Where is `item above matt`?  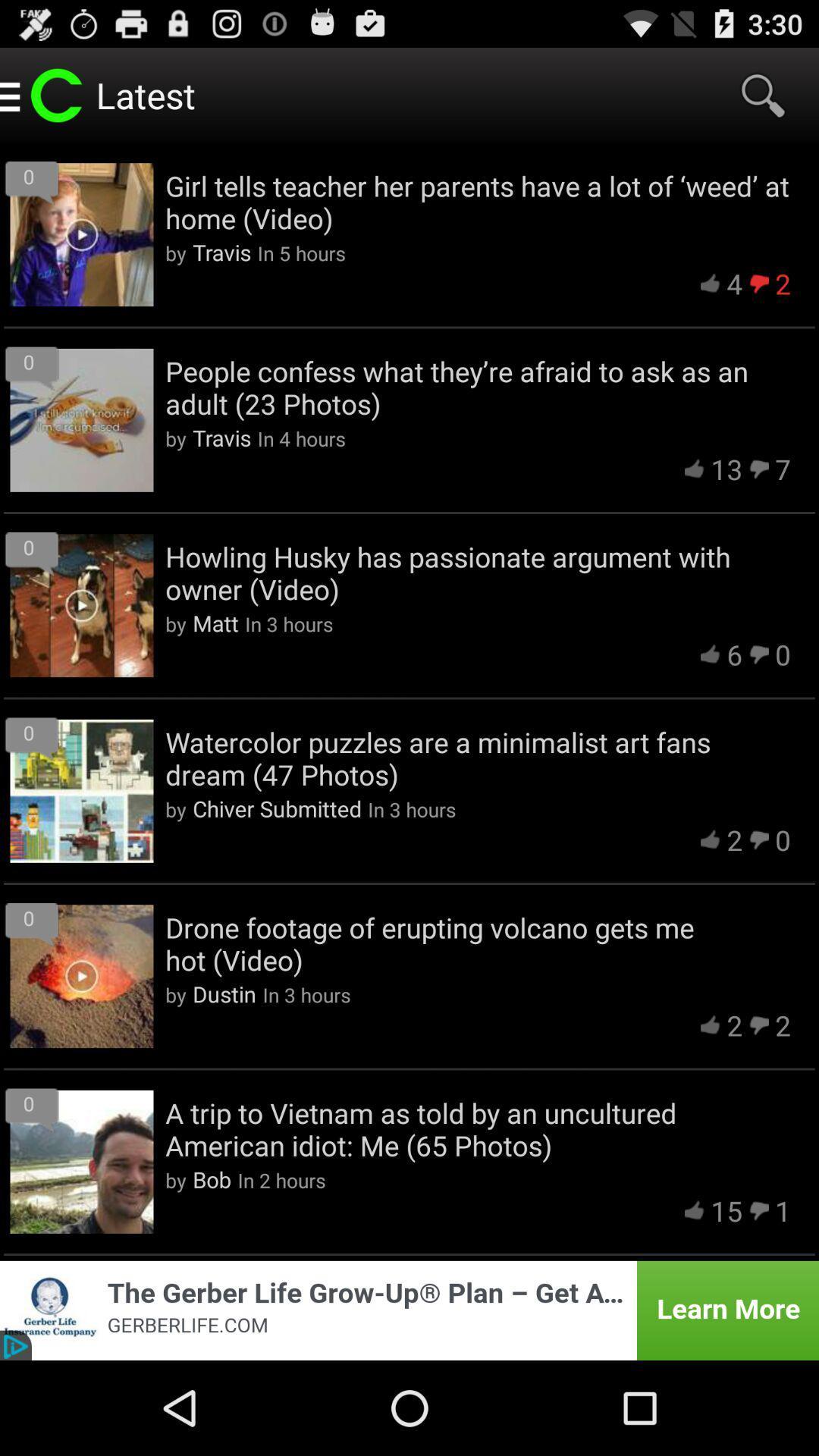 item above matt is located at coordinates (478, 572).